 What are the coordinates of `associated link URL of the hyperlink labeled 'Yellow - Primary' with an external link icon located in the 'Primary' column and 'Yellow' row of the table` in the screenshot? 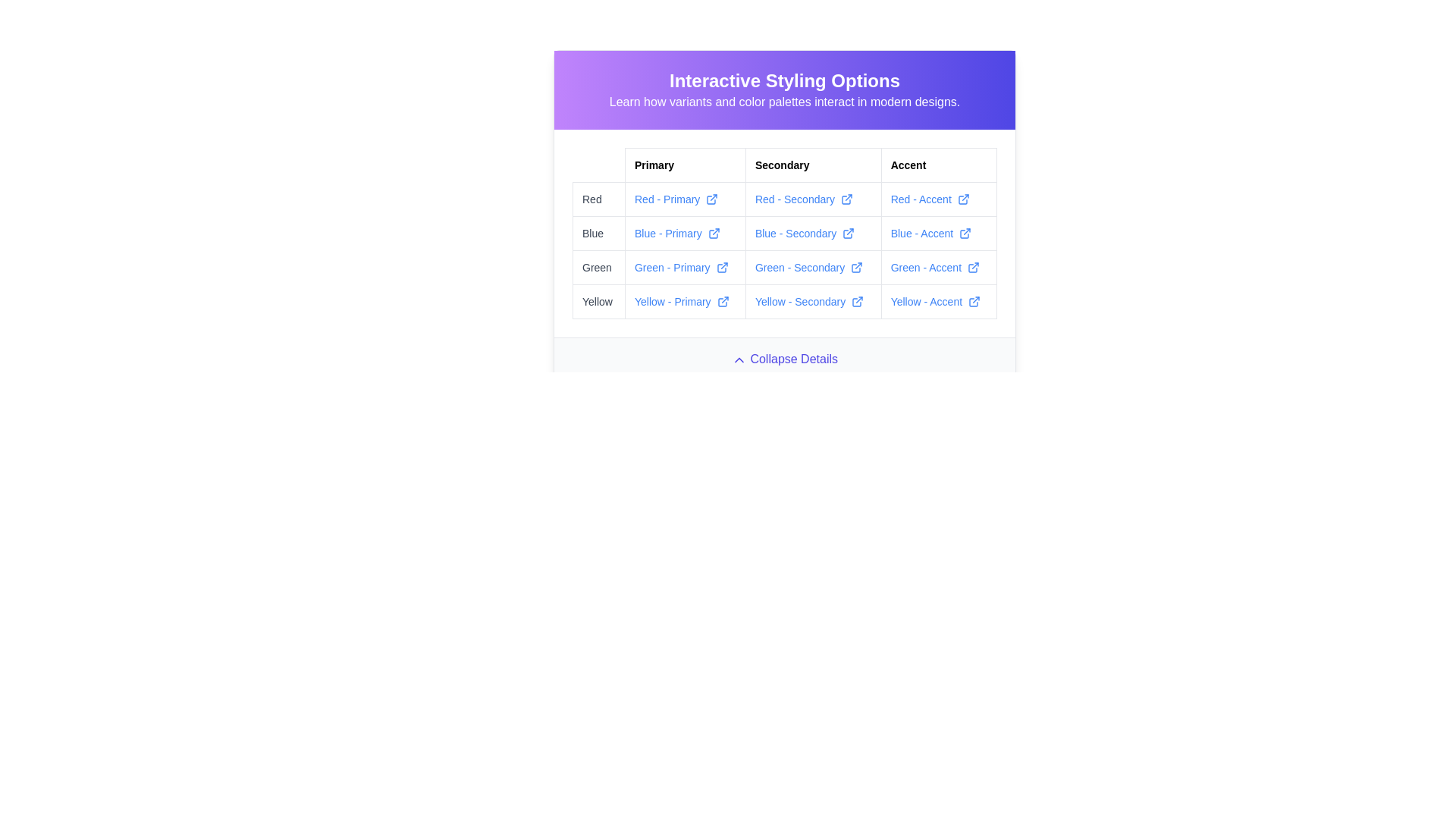 It's located at (684, 301).